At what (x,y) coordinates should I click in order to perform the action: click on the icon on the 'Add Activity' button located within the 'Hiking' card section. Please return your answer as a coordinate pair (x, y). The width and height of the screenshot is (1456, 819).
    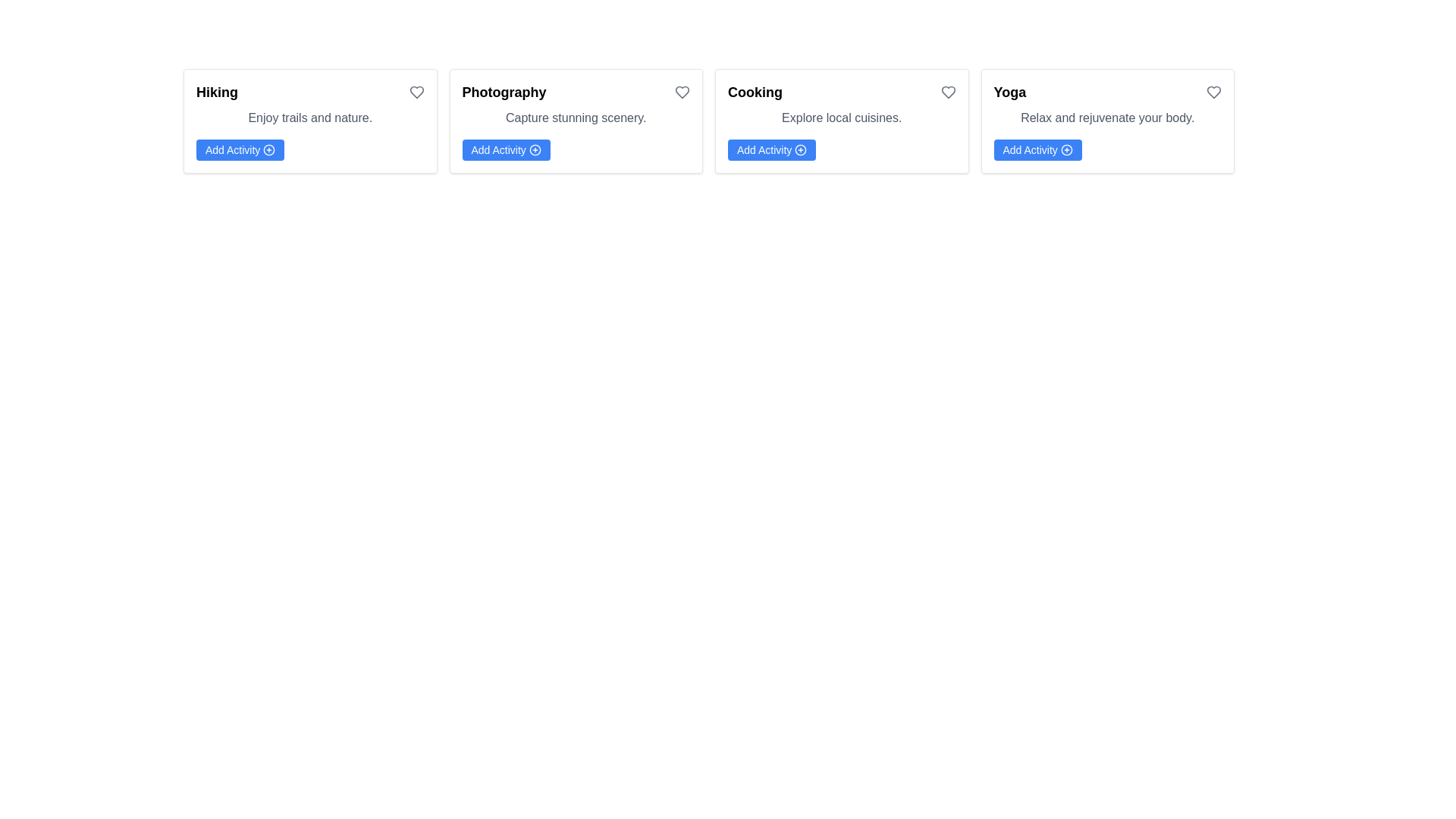
    Looking at the image, I should click on (269, 149).